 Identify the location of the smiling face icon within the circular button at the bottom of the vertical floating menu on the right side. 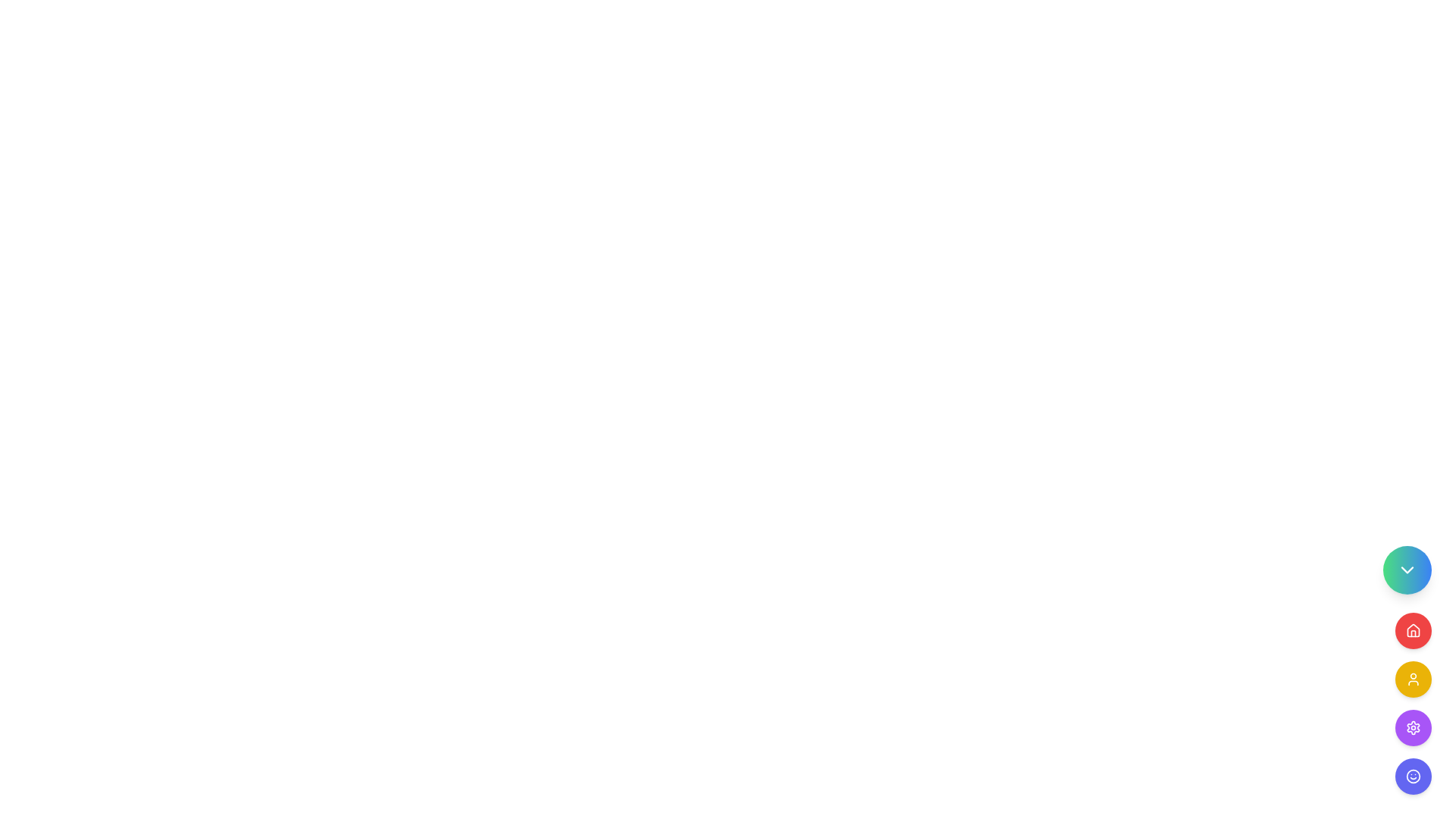
(1412, 776).